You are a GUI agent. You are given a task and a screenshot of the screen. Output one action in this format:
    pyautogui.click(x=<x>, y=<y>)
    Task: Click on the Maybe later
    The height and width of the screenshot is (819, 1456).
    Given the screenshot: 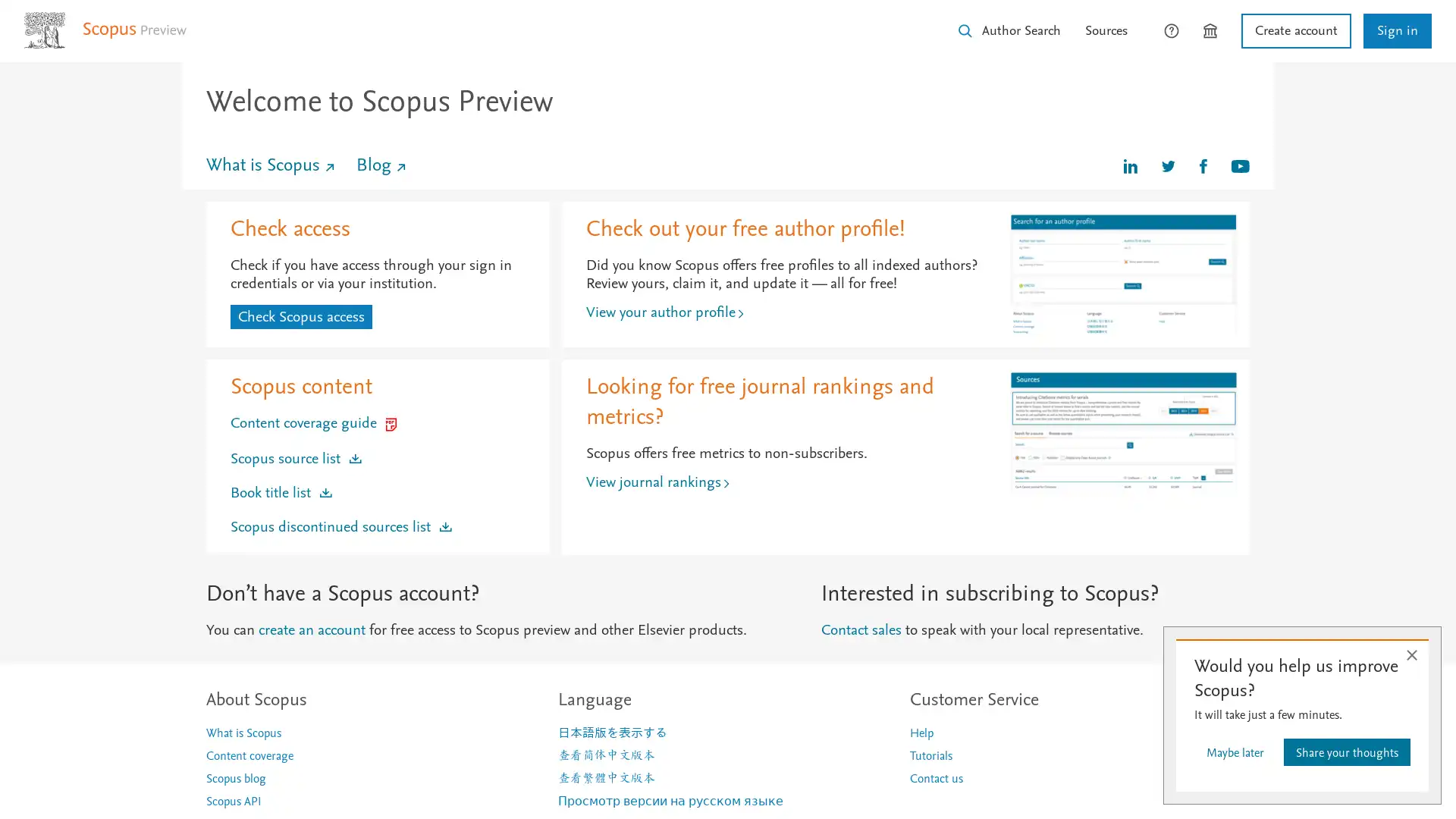 What is the action you would take?
    pyautogui.click(x=1235, y=752)
    